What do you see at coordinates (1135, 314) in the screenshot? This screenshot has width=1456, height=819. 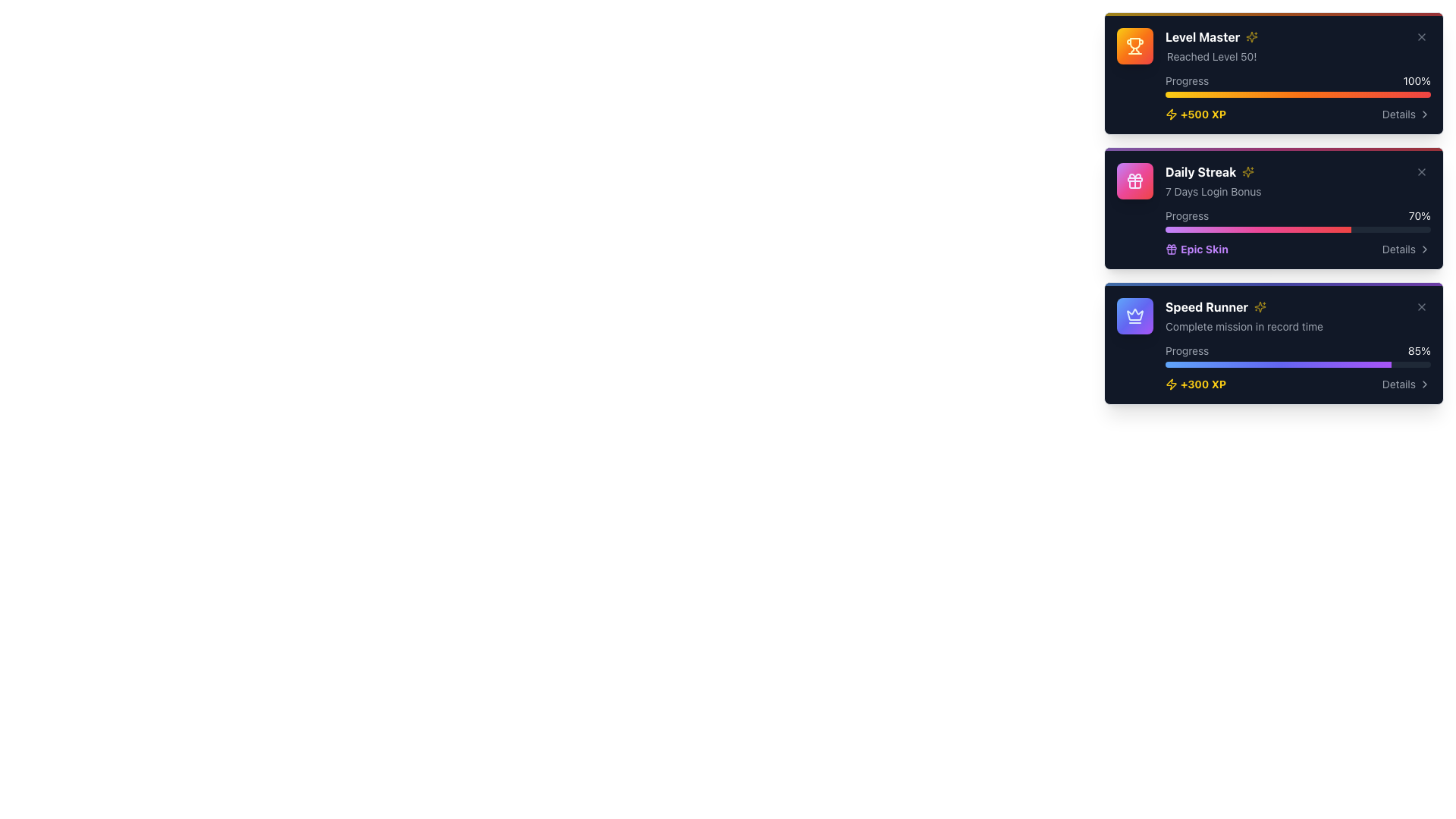 I see `the crown-shaped purple icon located within the 'Speed Runner' card's header section` at bounding box center [1135, 314].